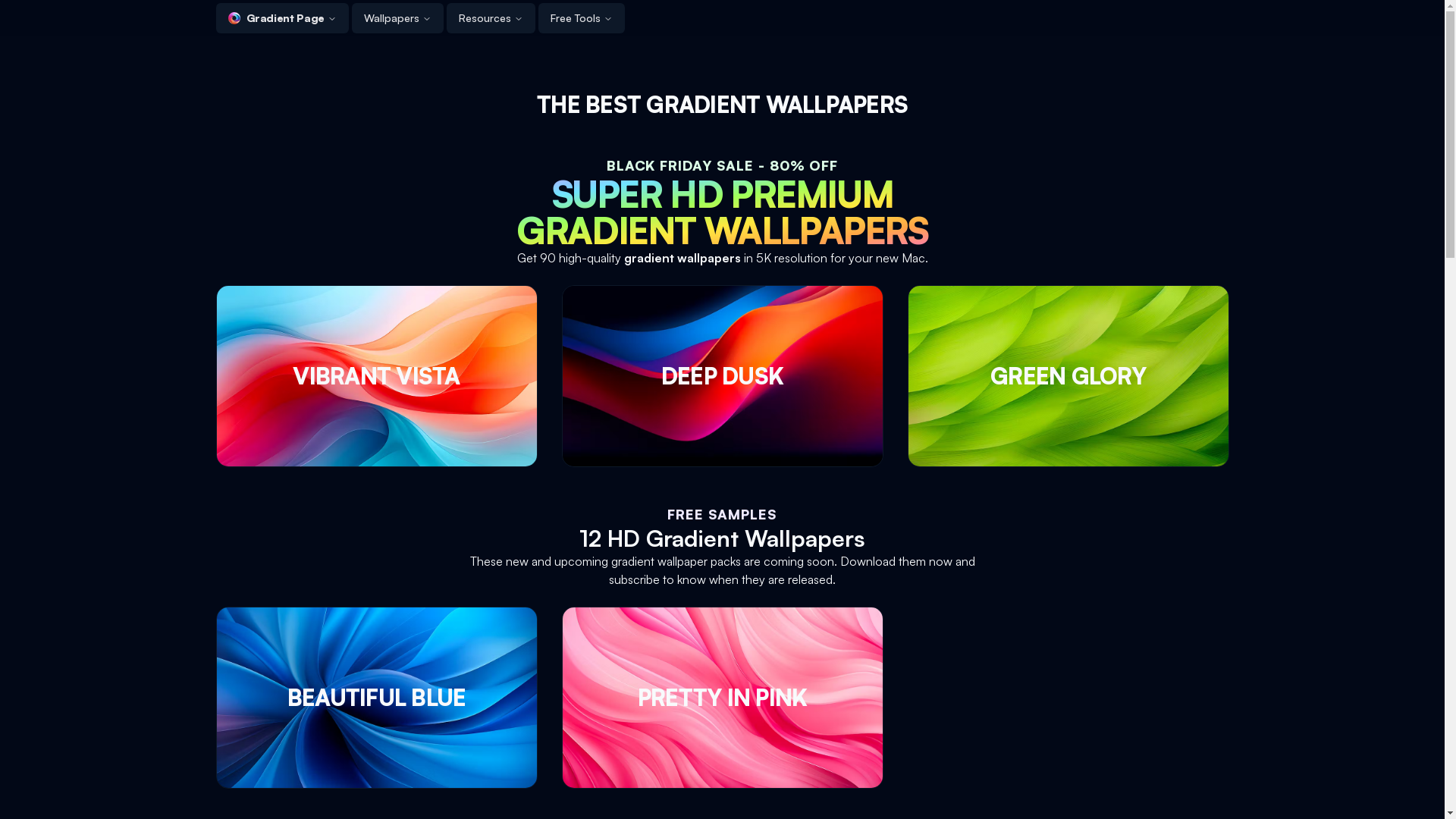 Image resolution: width=1456 pixels, height=819 pixels. What do you see at coordinates (397, 17) in the screenshot?
I see `'Wallpapers'` at bounding box center [397, 17].